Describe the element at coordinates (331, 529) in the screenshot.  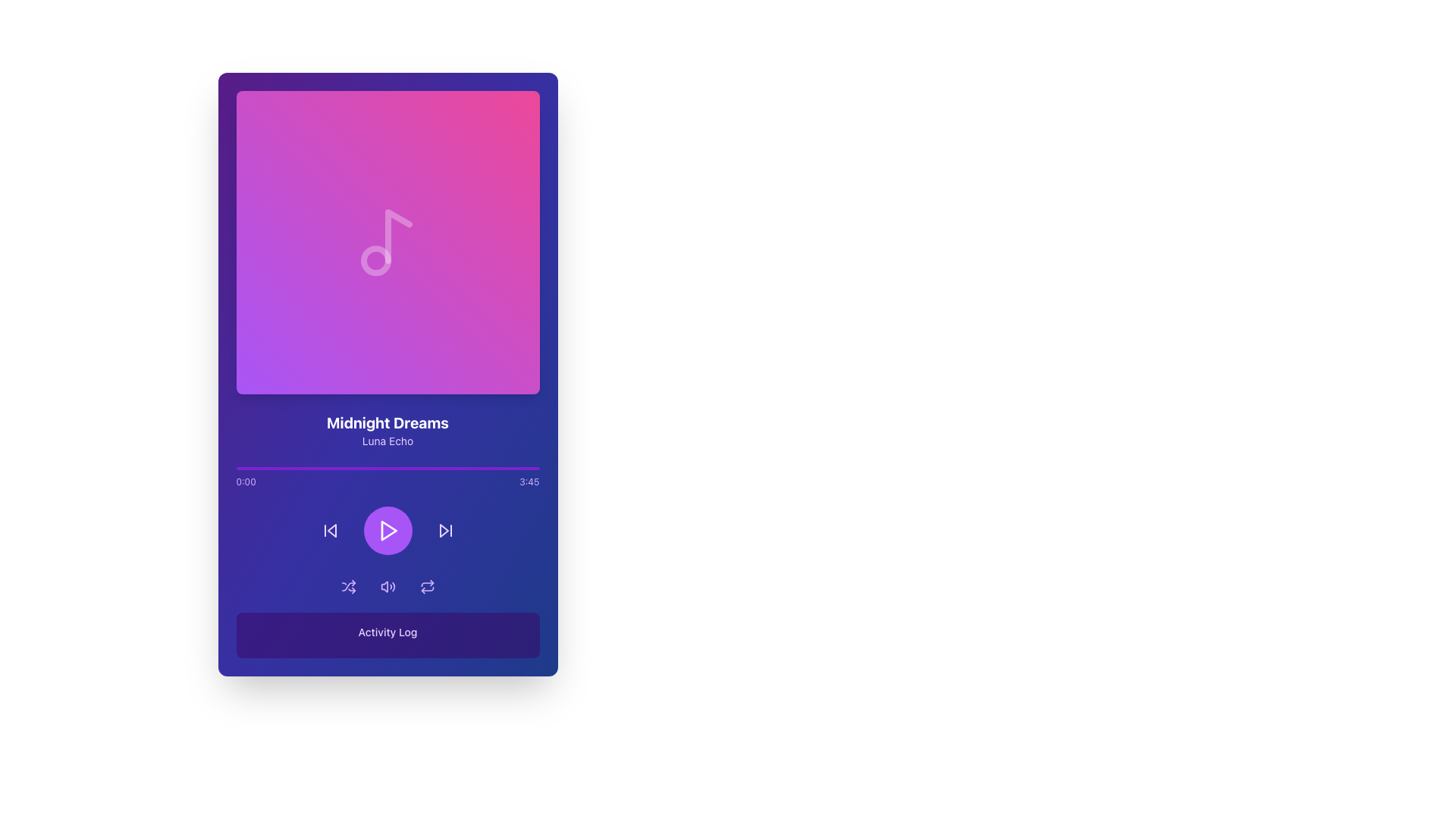
I see `the leftmost triangular arrow-like button in the music player interface` at that location.